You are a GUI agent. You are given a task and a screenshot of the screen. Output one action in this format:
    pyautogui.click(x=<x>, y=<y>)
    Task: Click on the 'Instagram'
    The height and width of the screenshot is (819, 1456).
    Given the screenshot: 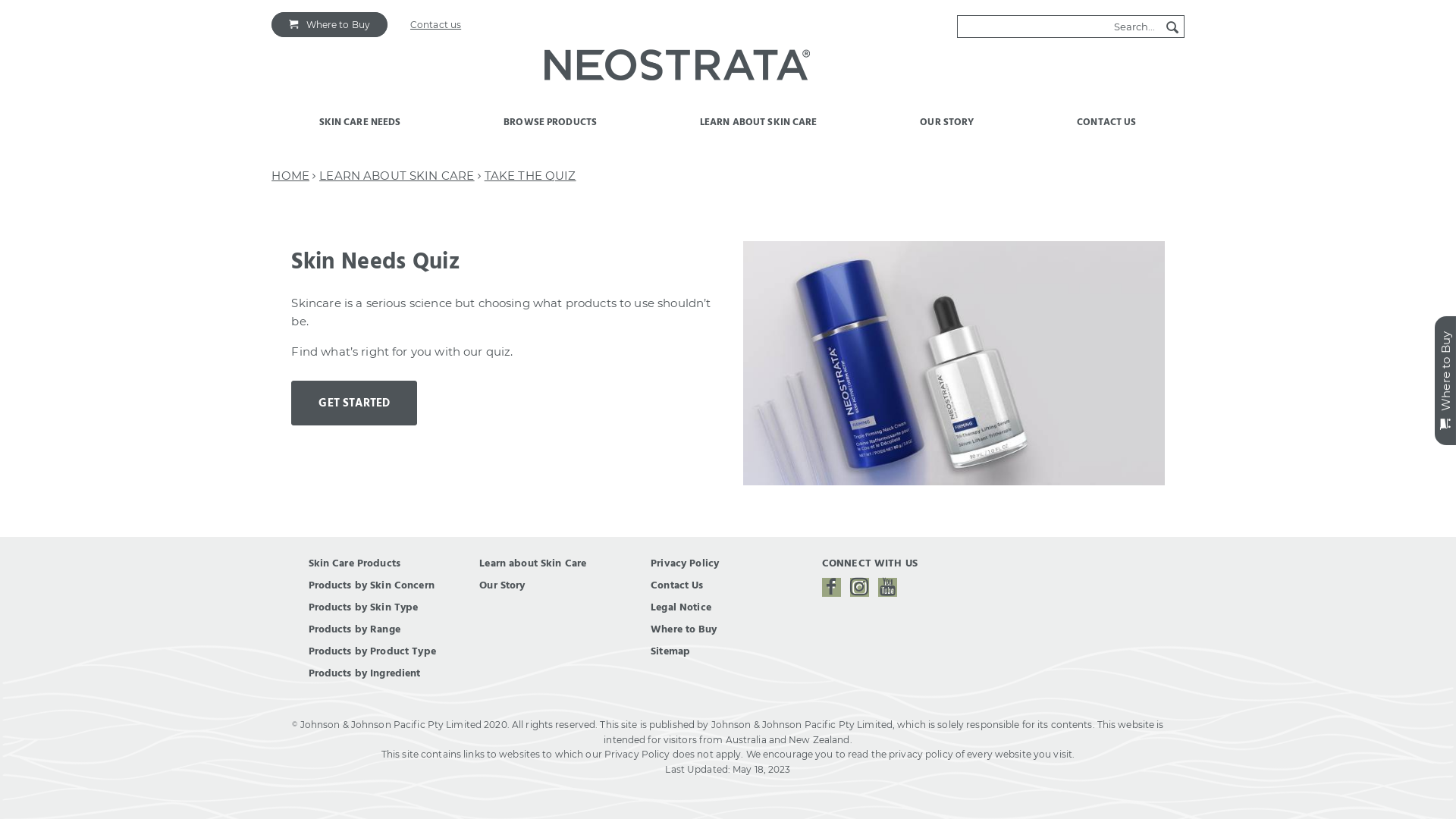 What is the action you would take?
    pyautogui.click(x=859, y=586)
    